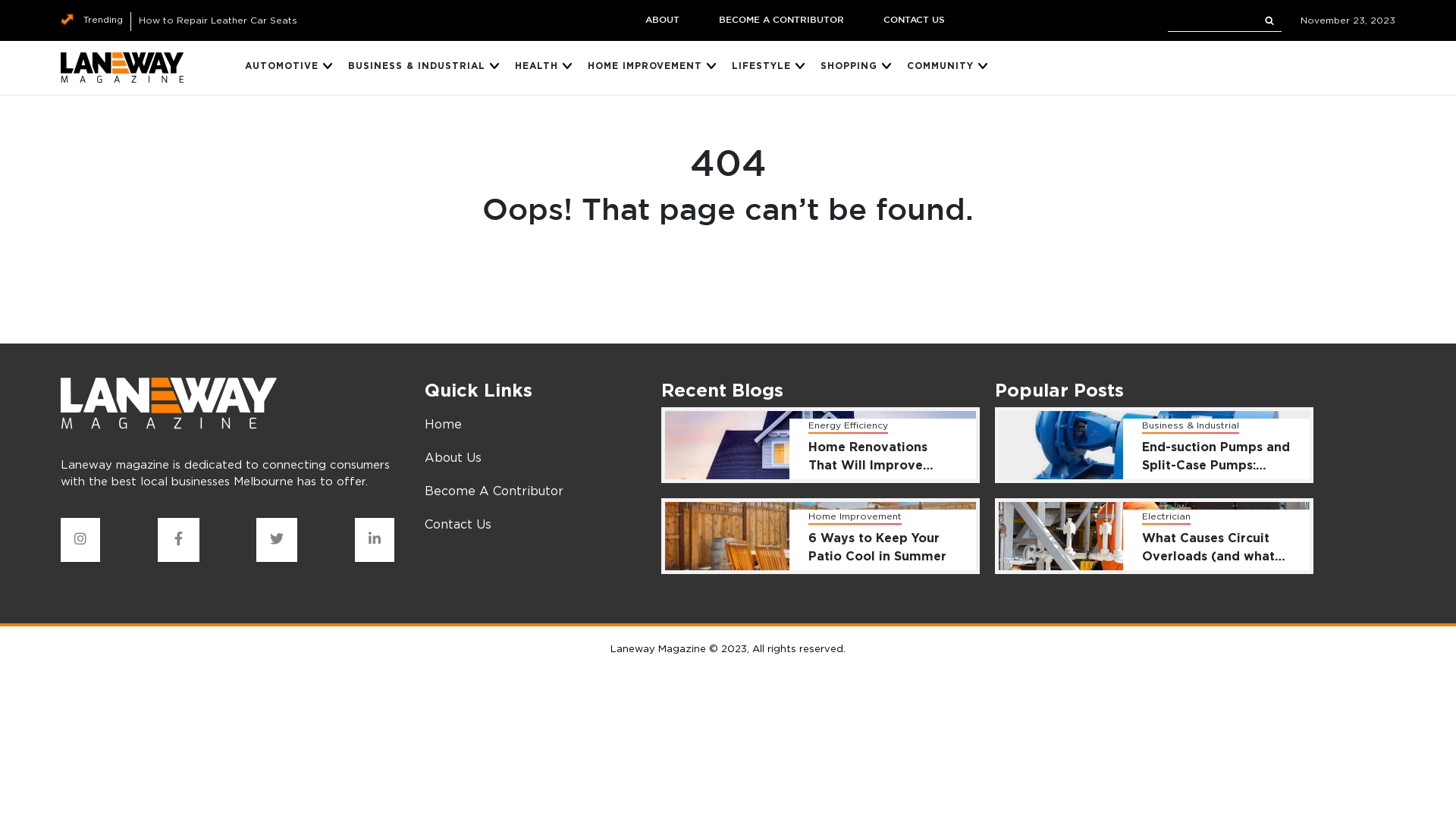  I want to click on 'Skip to content', so click(0, 0).